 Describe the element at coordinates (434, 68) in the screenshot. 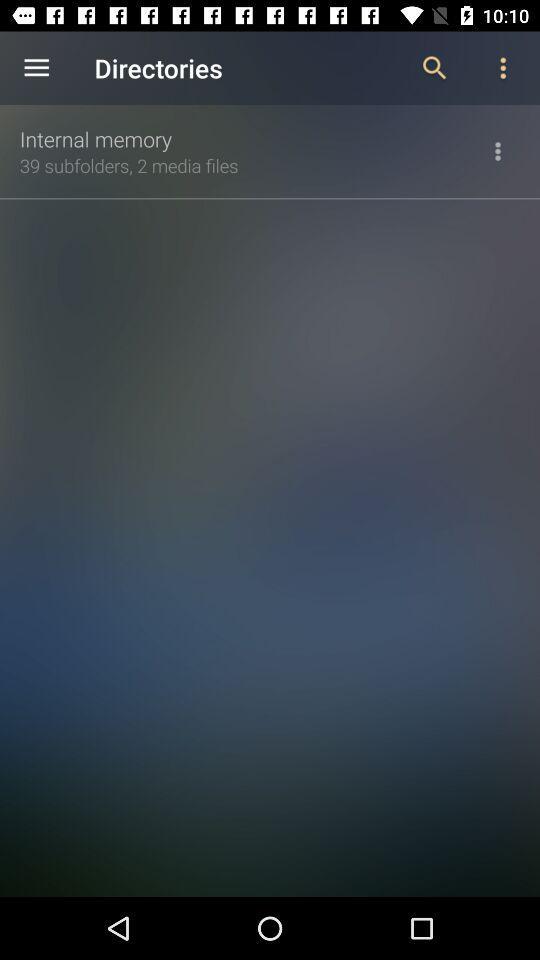

I see `the icon to the right of the directories` at that location.